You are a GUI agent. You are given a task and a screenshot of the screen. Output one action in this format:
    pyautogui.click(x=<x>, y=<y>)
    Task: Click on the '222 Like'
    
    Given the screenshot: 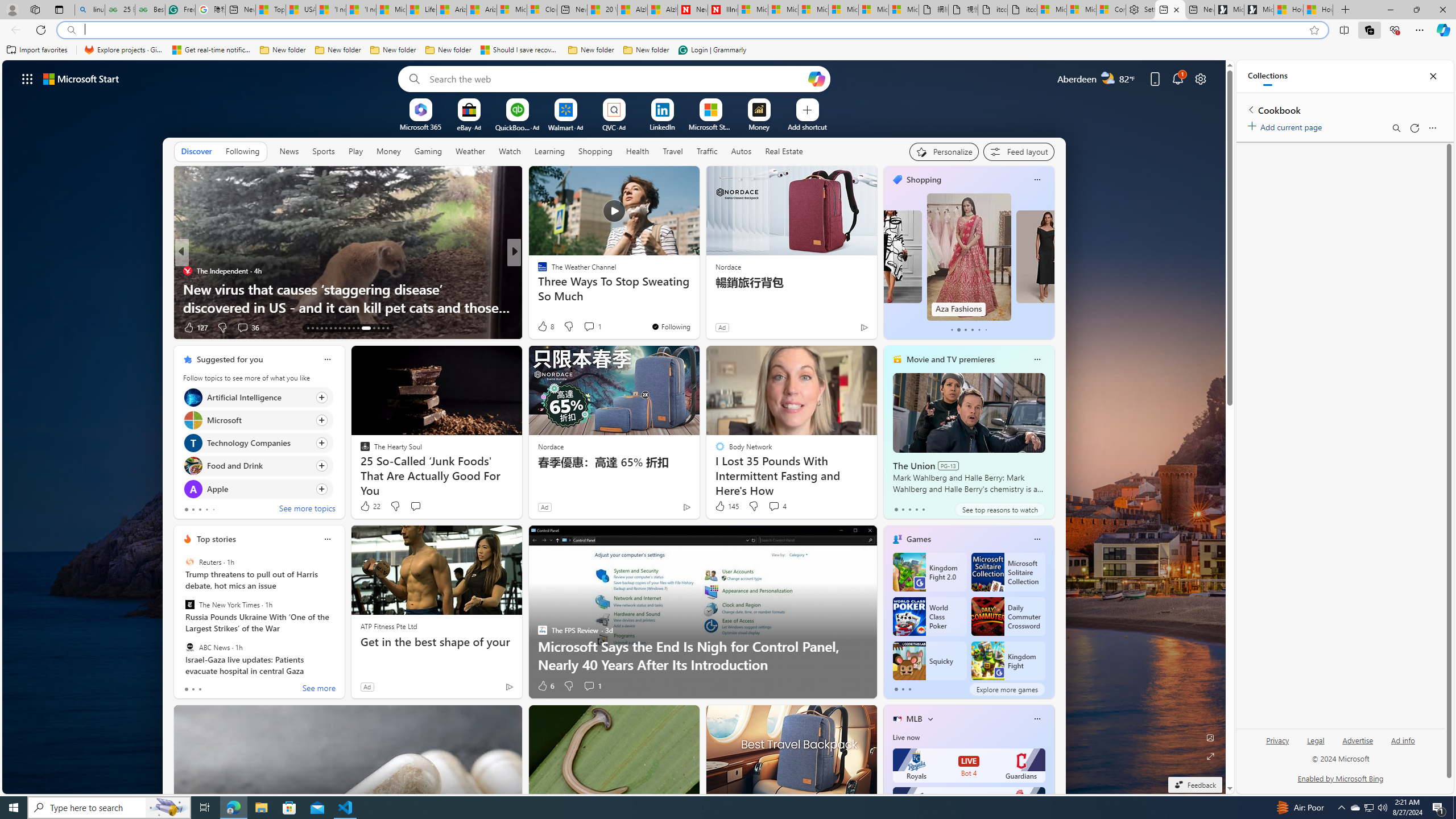 What is the action you would take?
    pyautogui.click(x=544, y=327)
    